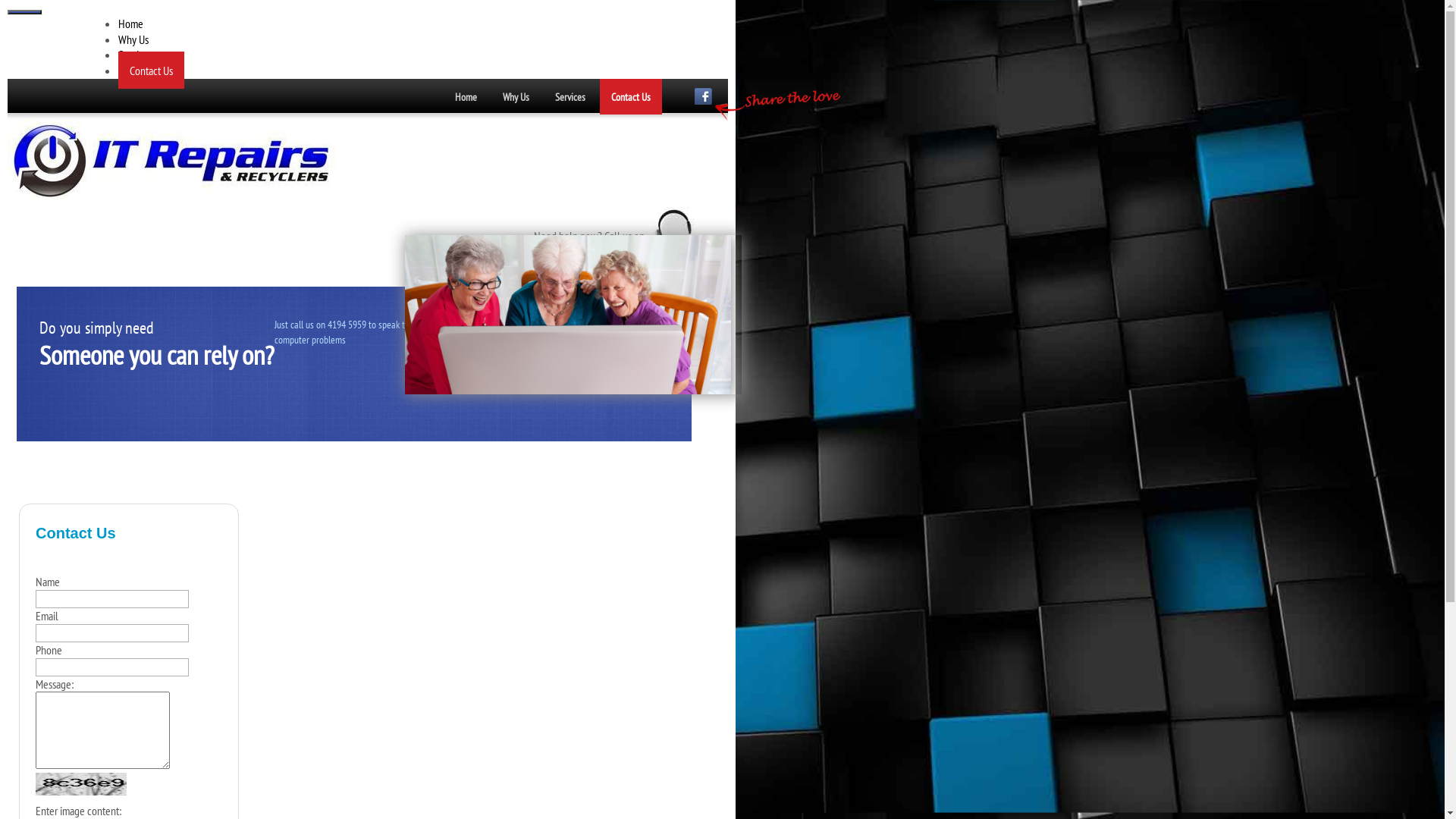 This screenshot has width=1456, height=819. Describe the element at coordinates (118, 38) in the screenshot. I see `'Why Us'` at that location.